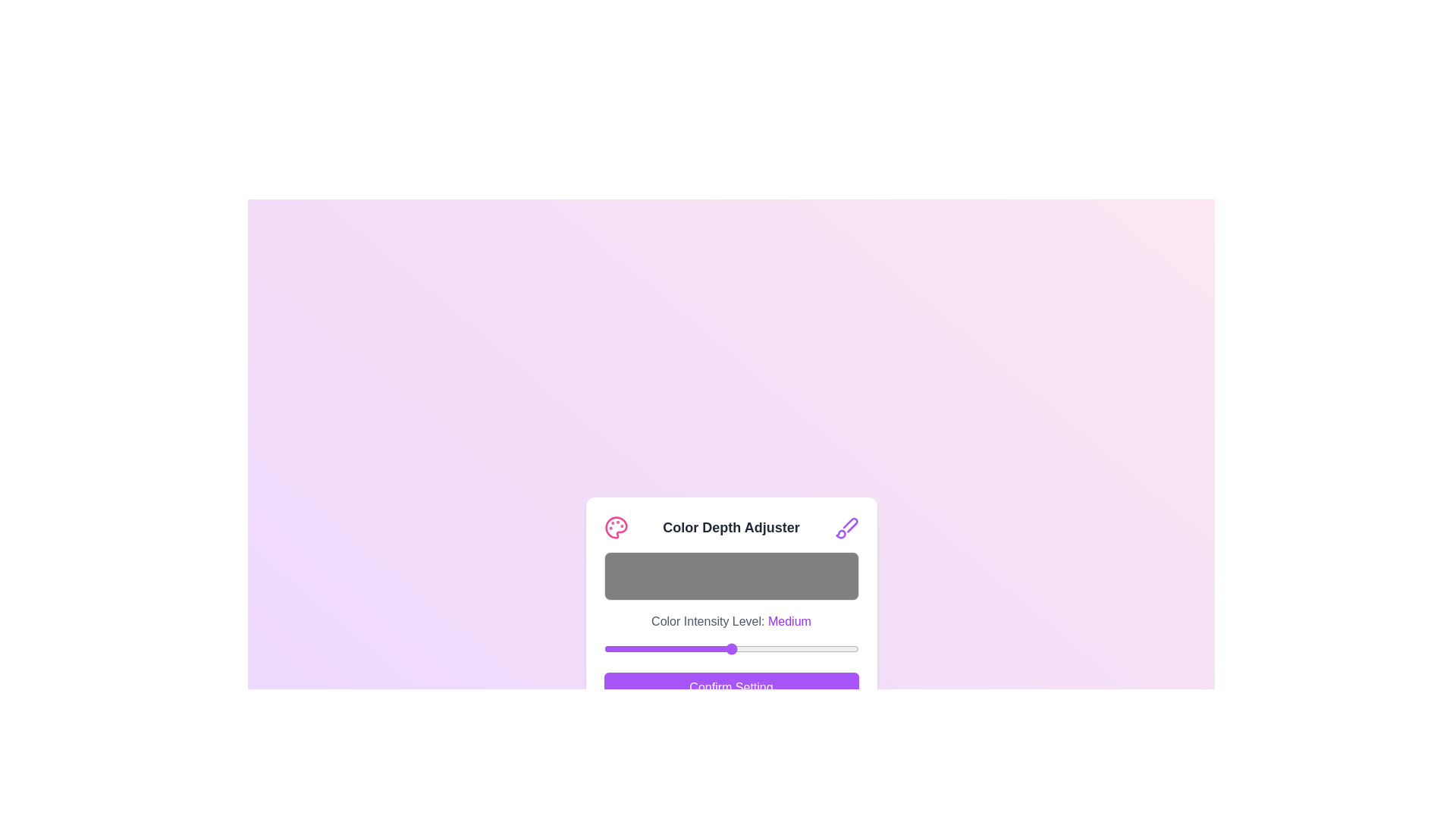 This screenshot has width=1456, height=819. Describe the element at coordinates (731, 687) in the screenshot. I see `the 'Confirm Setting' button to confirm the current color setting` at that location.